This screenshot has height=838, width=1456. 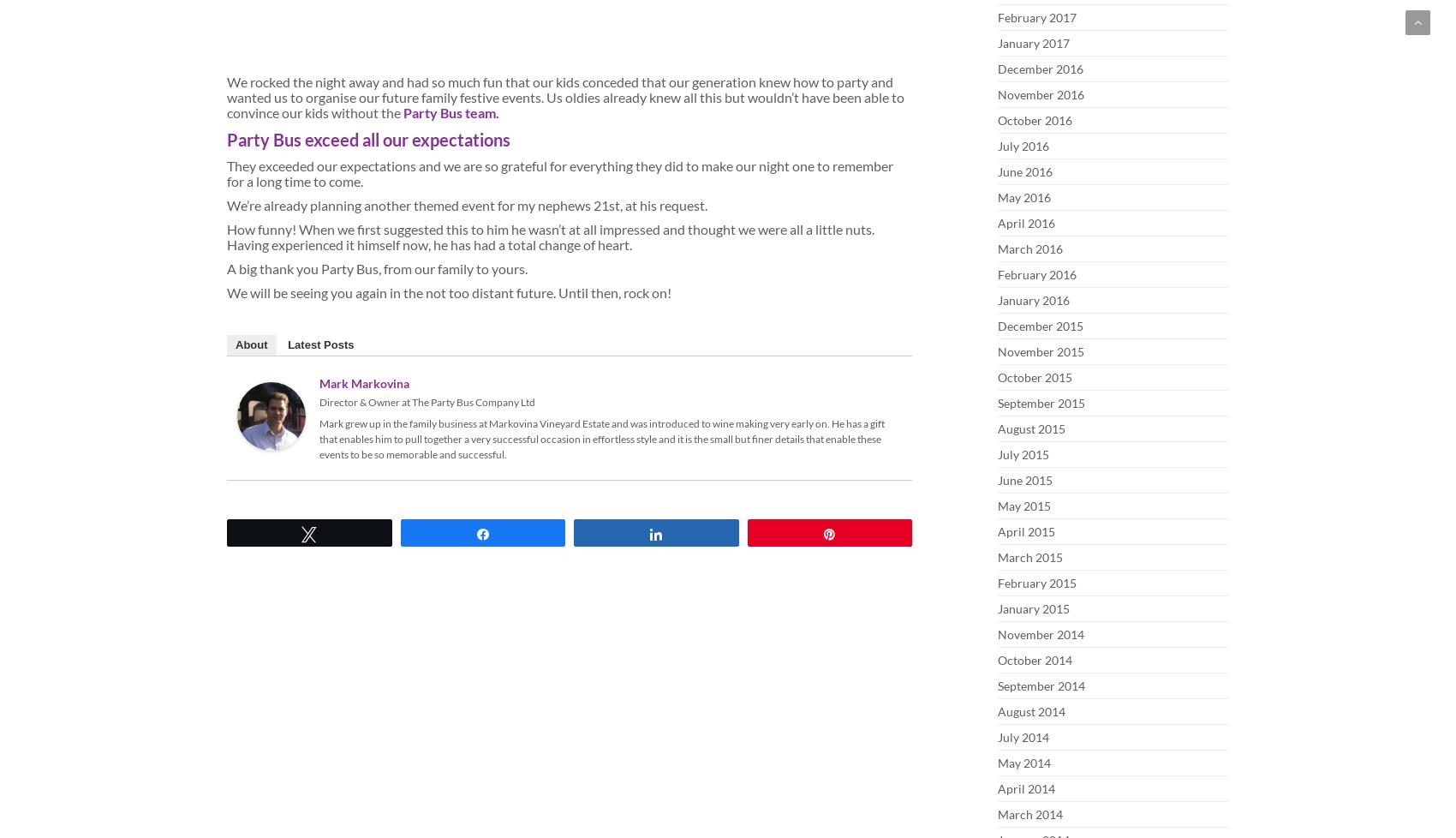 What do you see at coordinates (559, 173) in the screenshot?
I see `'They exceeded our expectations and we are so grateful for everything they did to make our night one to remember for a long time to come.'` at bounding box center [559, 173].